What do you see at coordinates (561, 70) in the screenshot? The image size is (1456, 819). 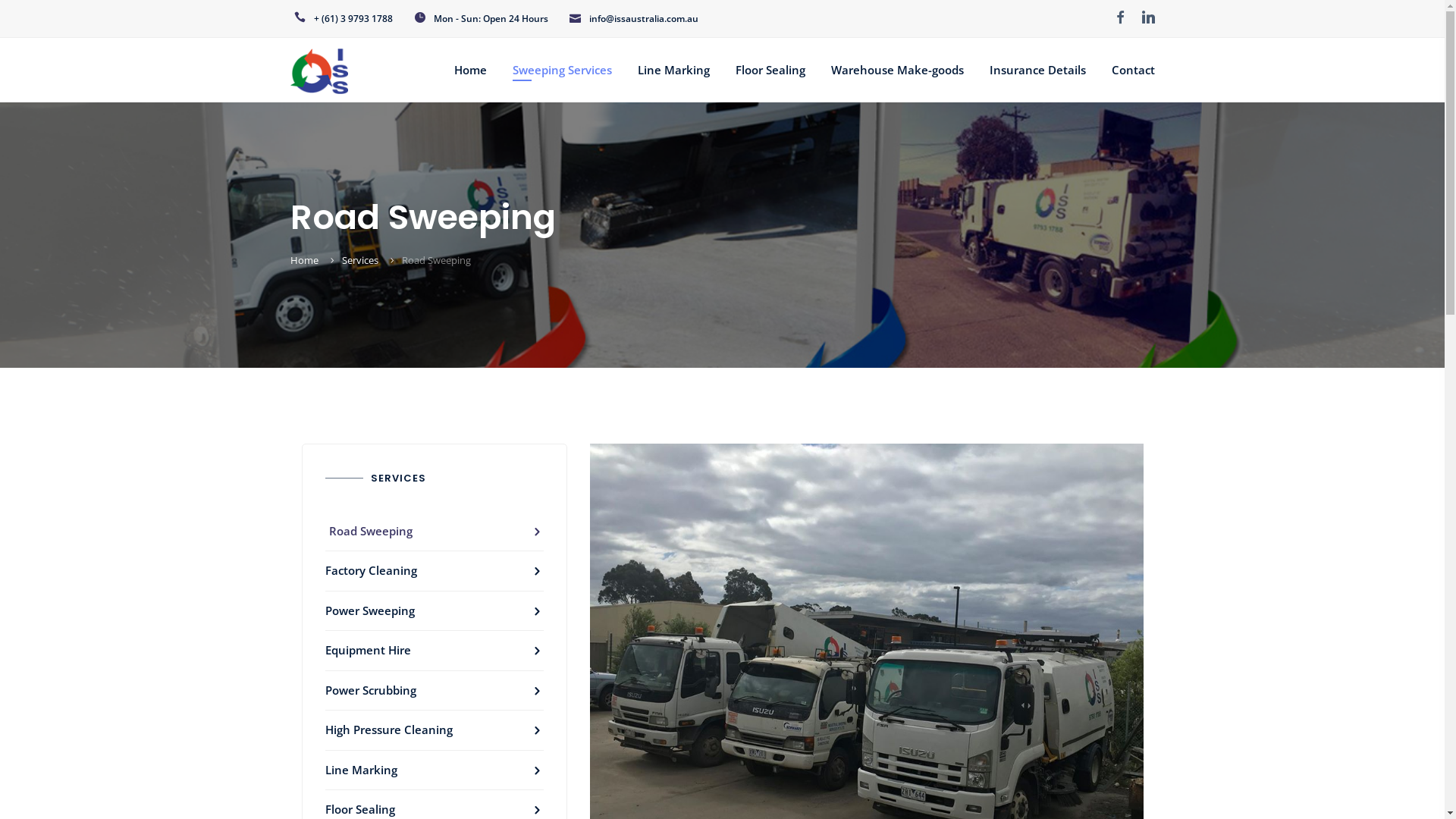 I see `'Sweeping Services'` at bounding box center [561, 70].